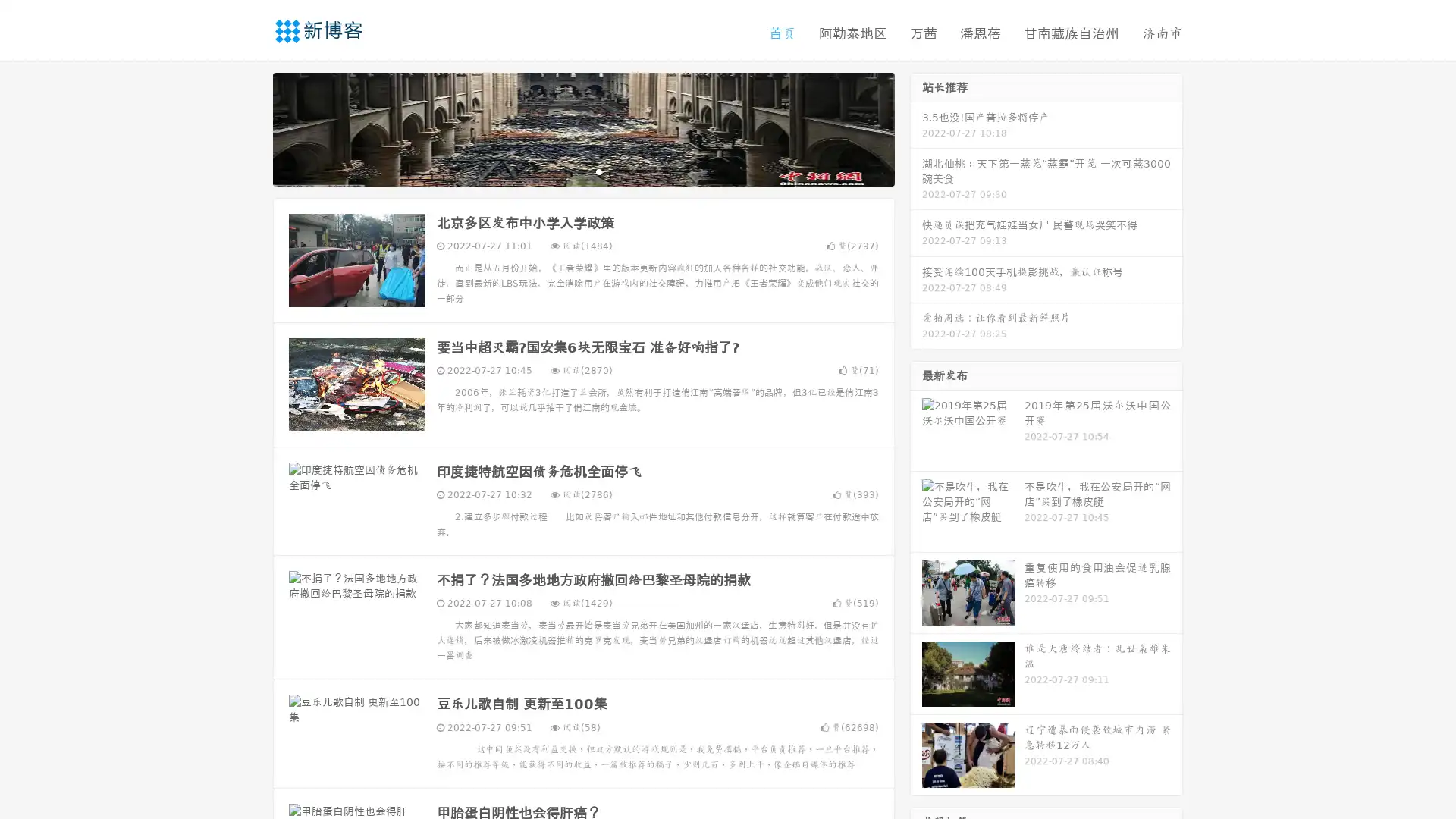  What do you see at coordinates (567, 171) in the screenshot?
I see `Go to slide 1` at bounding box center [567, 171].